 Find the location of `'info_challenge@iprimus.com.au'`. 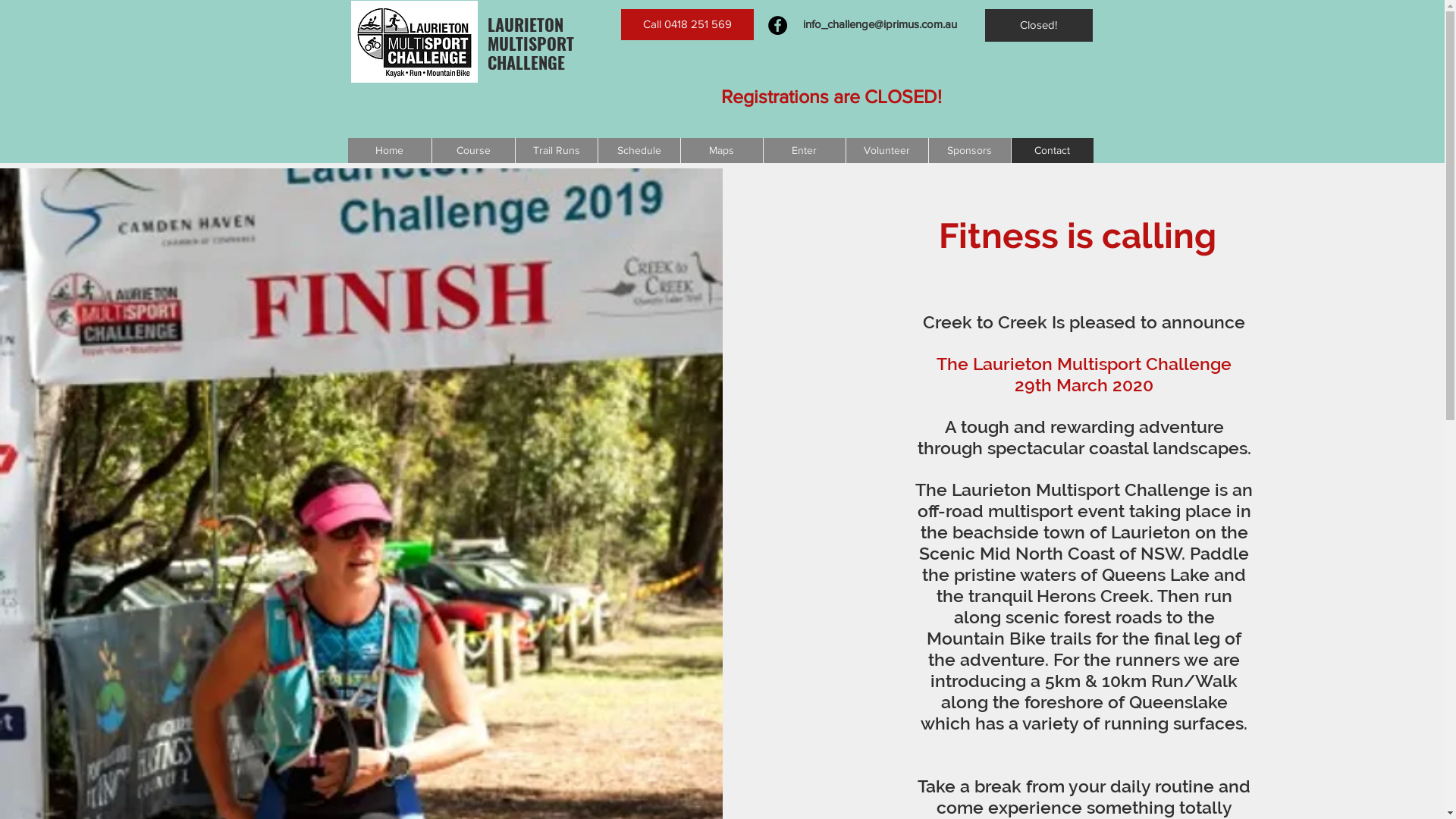

'info_challenge@iprimus.com.au' is located at coordinates (879, 24).